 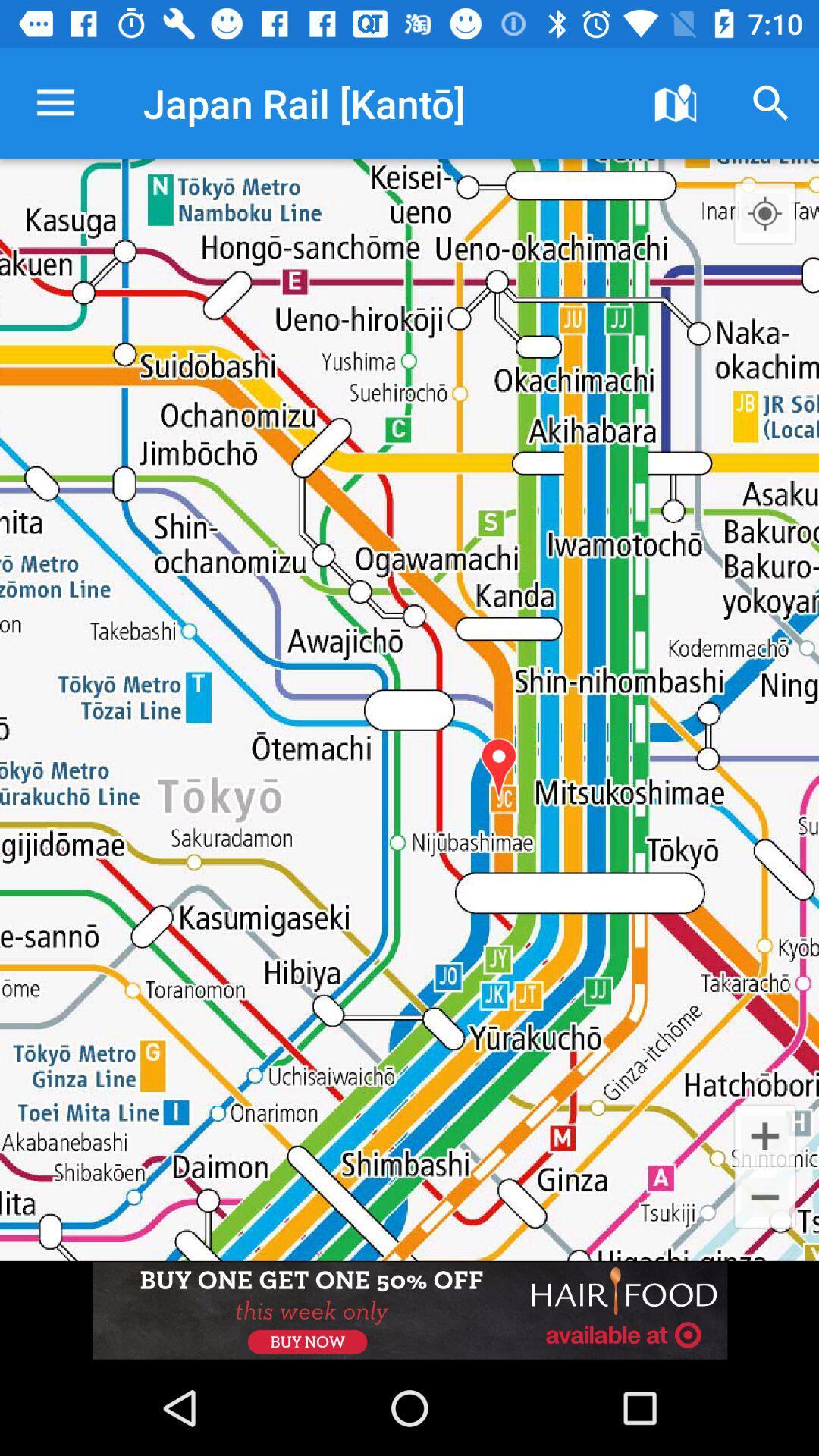 I want to click on share the article, so click(x=409, y=1310).